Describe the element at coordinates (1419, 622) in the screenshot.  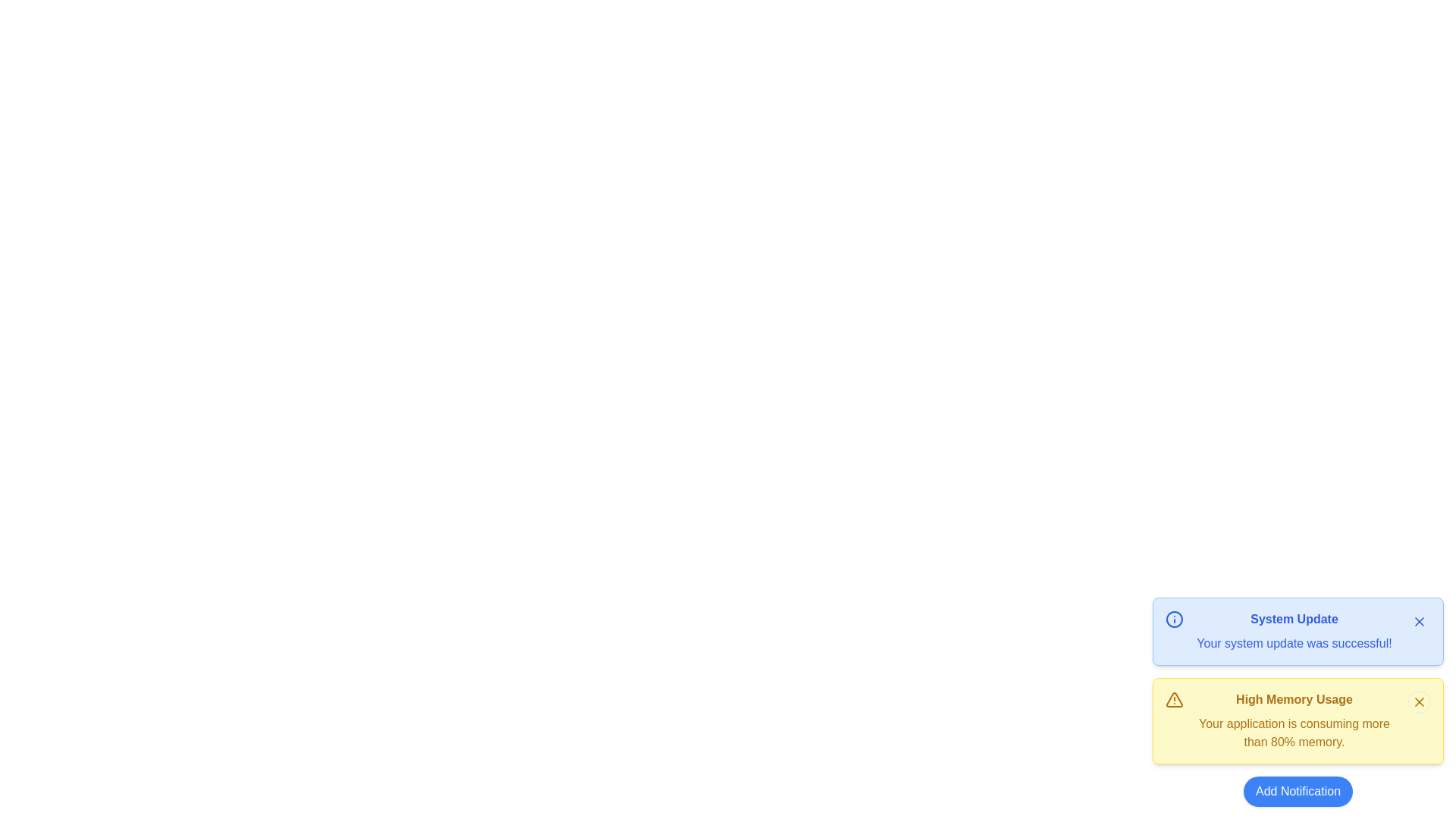
I see `the close icon represented by a diagonal cross located in the top-right corner of the blue notification box labeled 'System Update'` at that location.